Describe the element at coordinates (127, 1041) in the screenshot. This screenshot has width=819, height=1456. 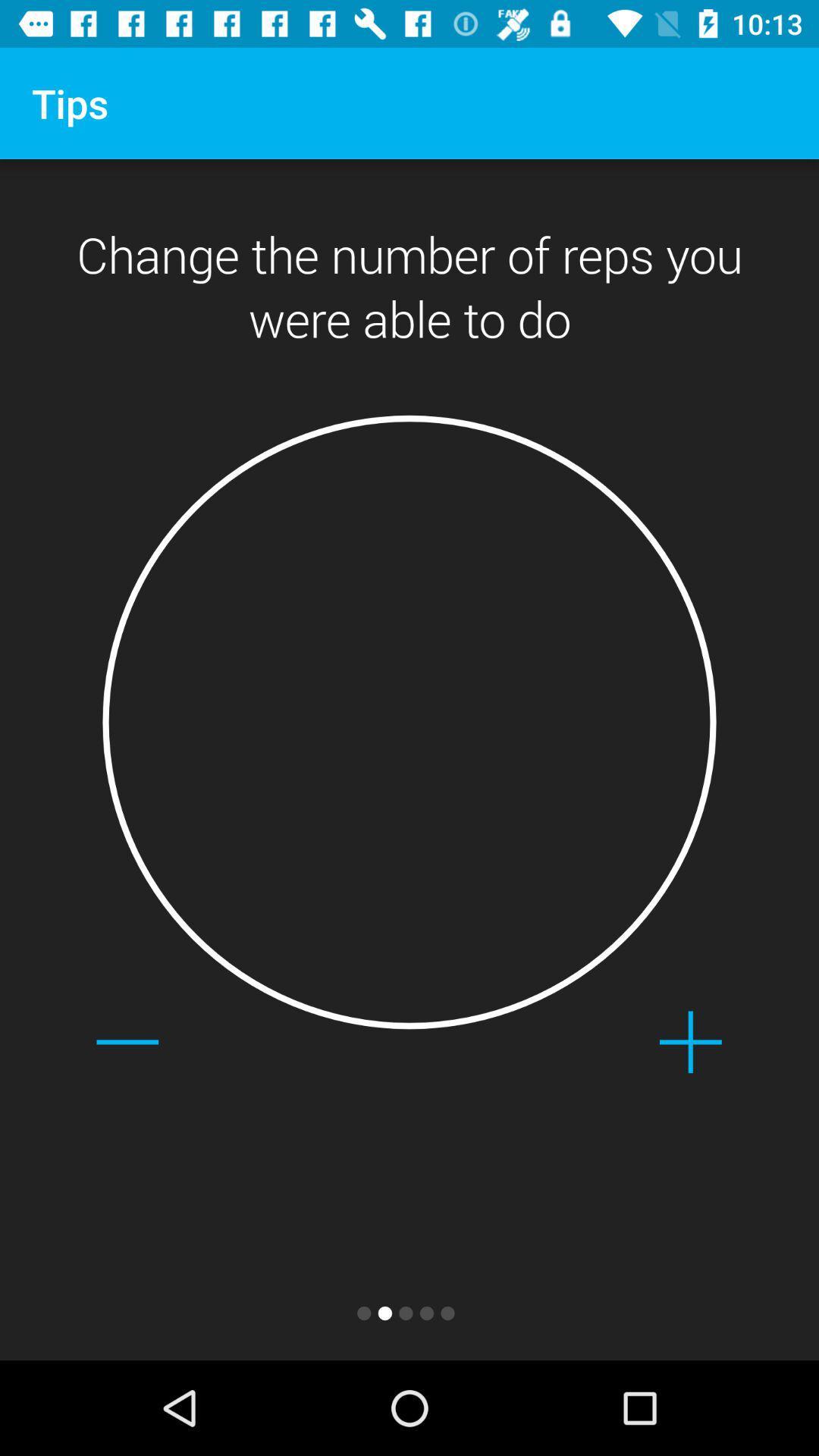
I see `the minus icon` at that location.